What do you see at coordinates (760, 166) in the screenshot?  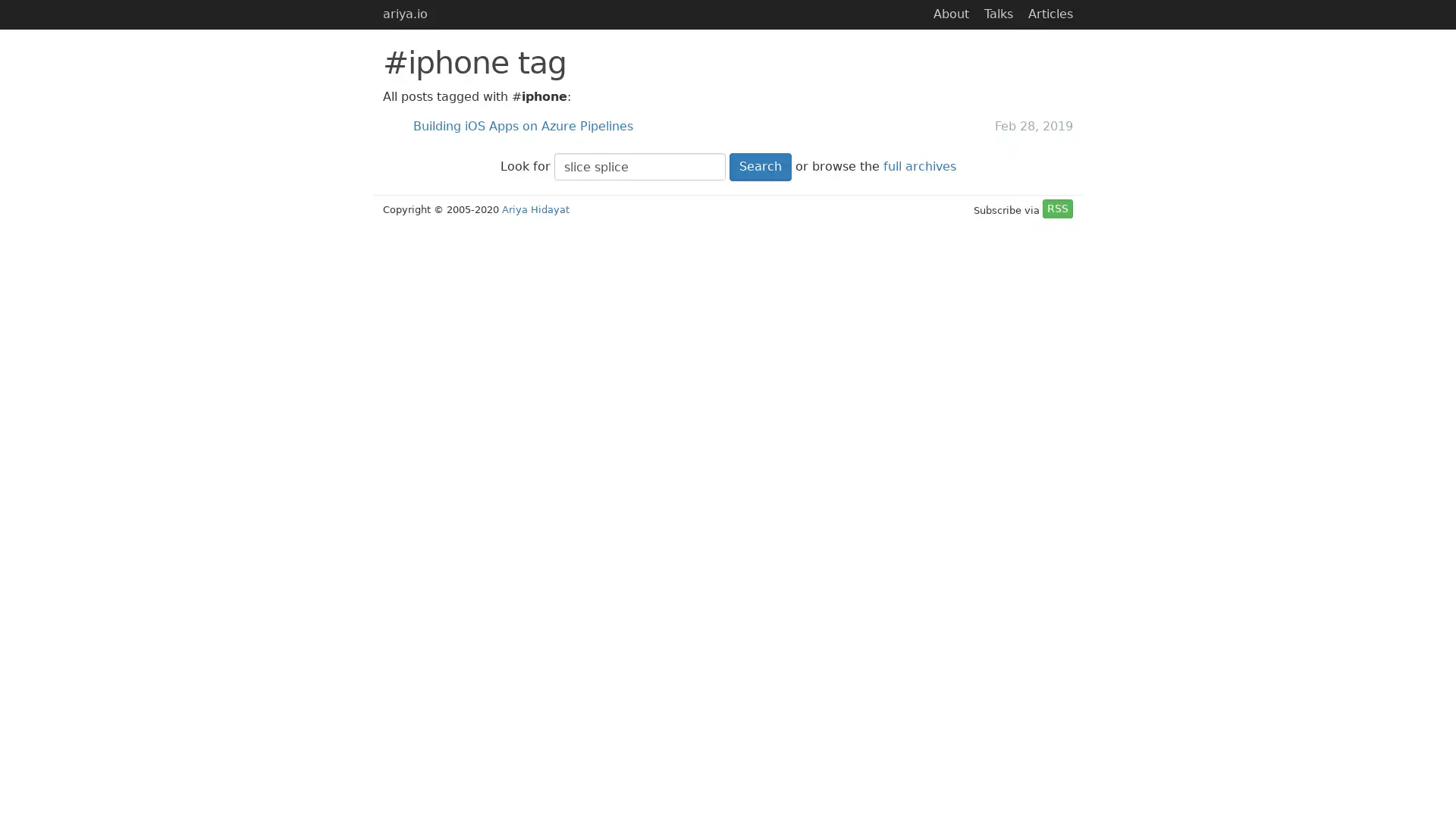 I see `Search` at bounding box center [760, 166].